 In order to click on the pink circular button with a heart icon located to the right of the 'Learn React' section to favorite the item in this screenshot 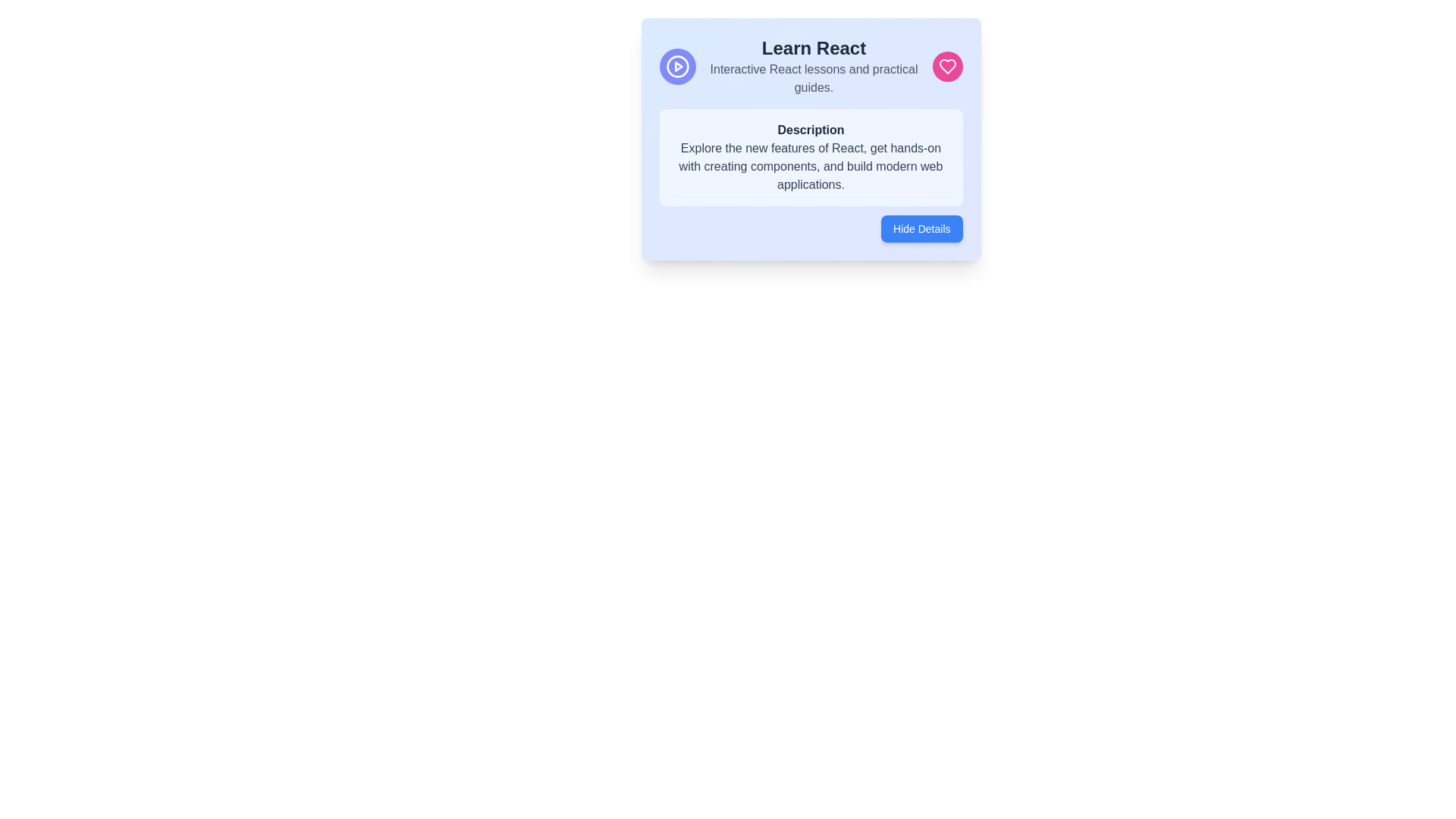, I will do `click(946, 66)`.